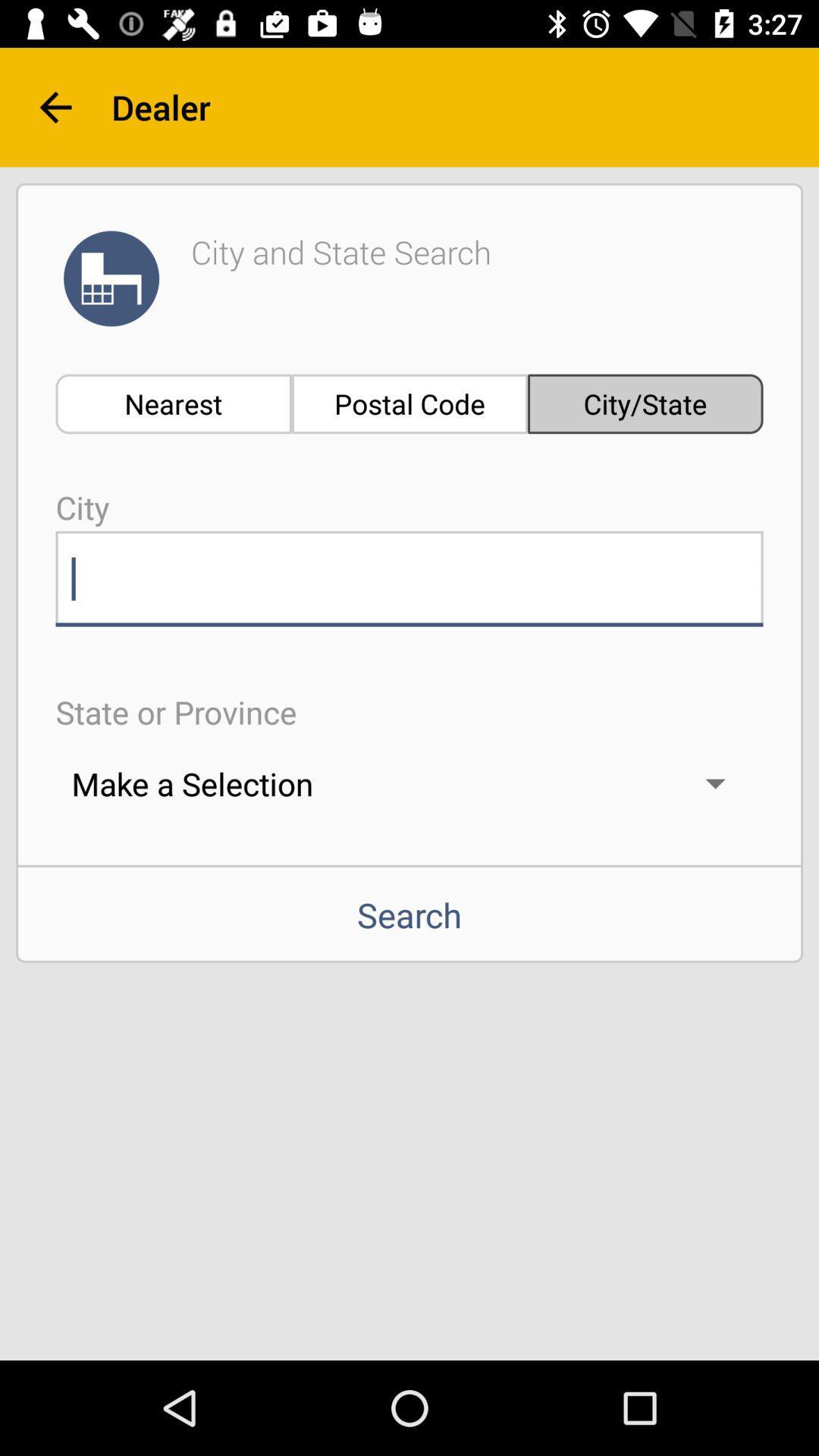 The width and height of the screenshot is (819, 1456). What do you see at coordinates (55, 106) in the screenshot?
I see `the arrow_backward icon` at bounding box center [55, 106].